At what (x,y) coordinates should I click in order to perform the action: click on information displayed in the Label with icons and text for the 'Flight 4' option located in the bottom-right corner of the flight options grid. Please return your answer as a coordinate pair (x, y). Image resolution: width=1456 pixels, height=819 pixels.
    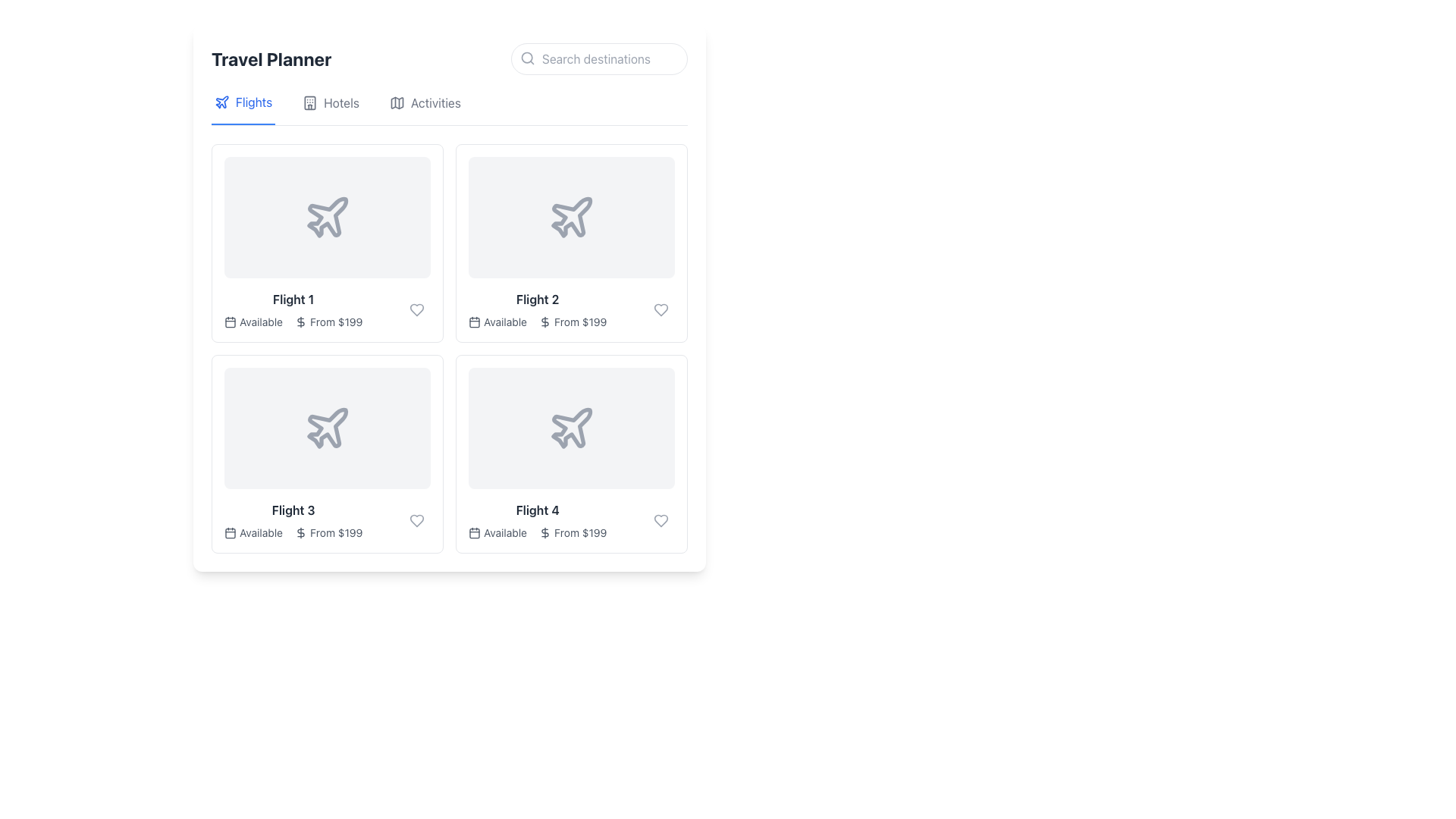
    Looking at the image, I should click on (538, 532).